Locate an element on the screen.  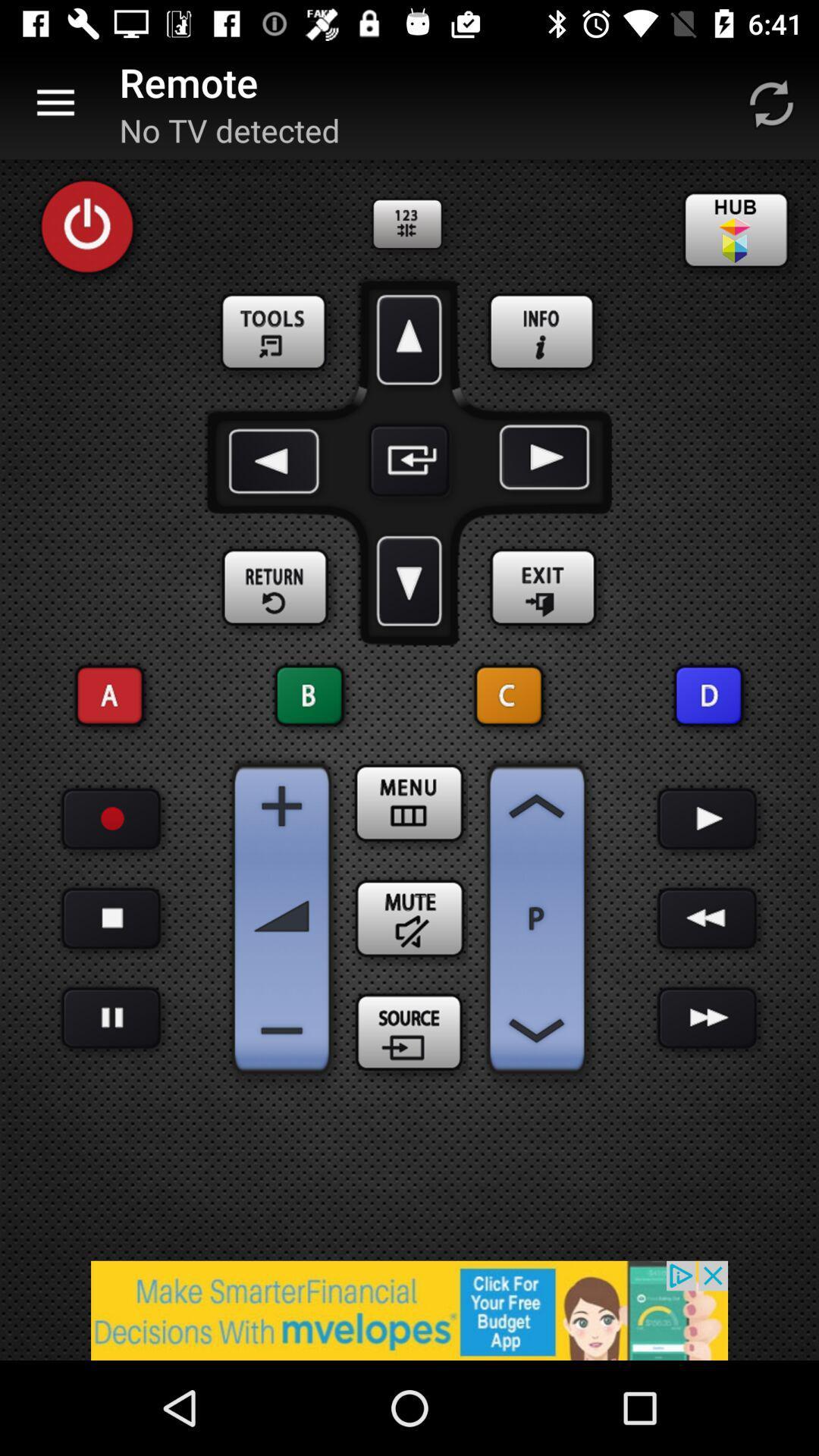
next is located at coordinates (708, 918).